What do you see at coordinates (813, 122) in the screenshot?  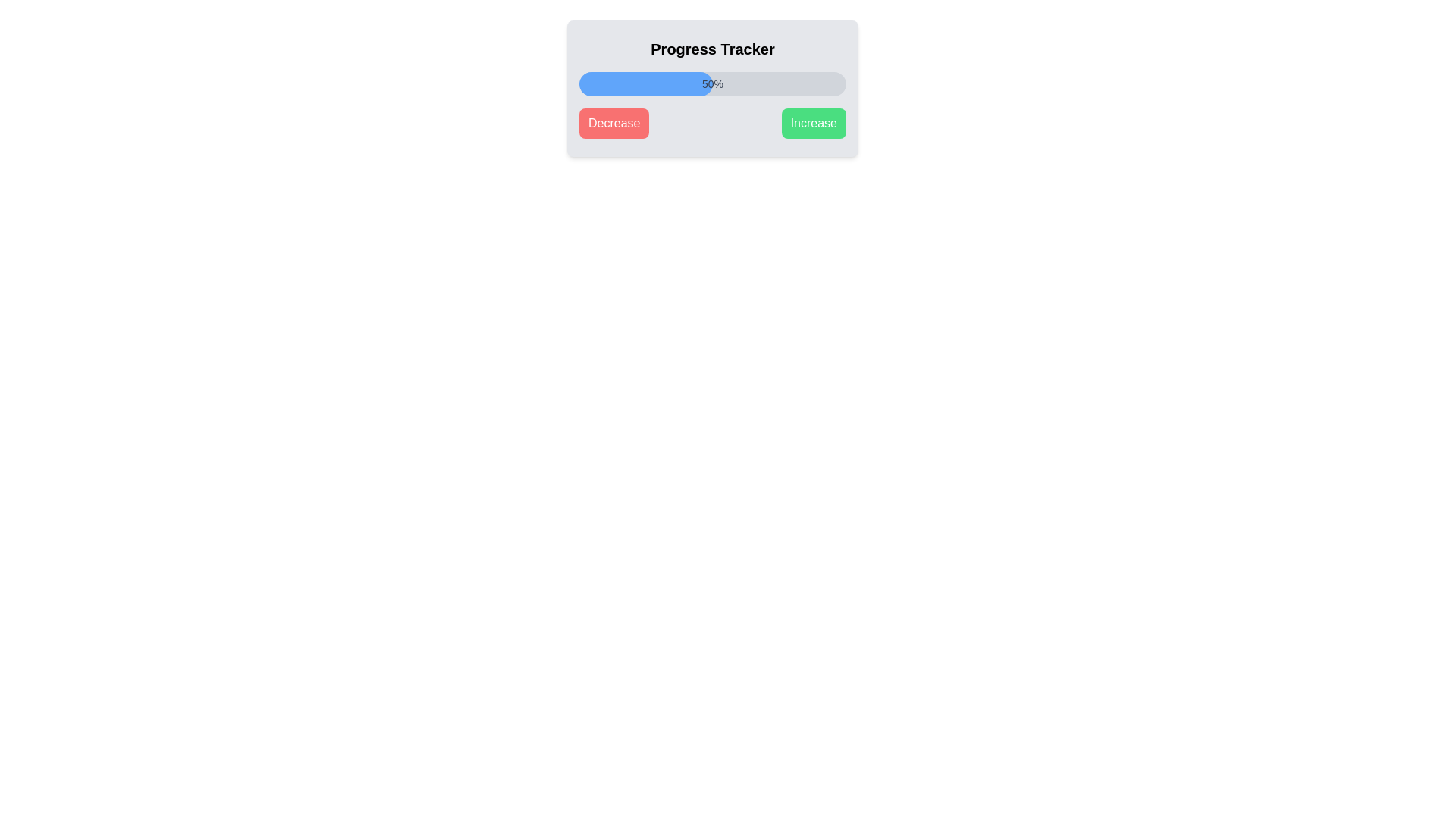 I see `the 'Increase' button, which is the second button in a horizontal arrangement next to the 'Decrease' button` at bounding box center [813, 122].